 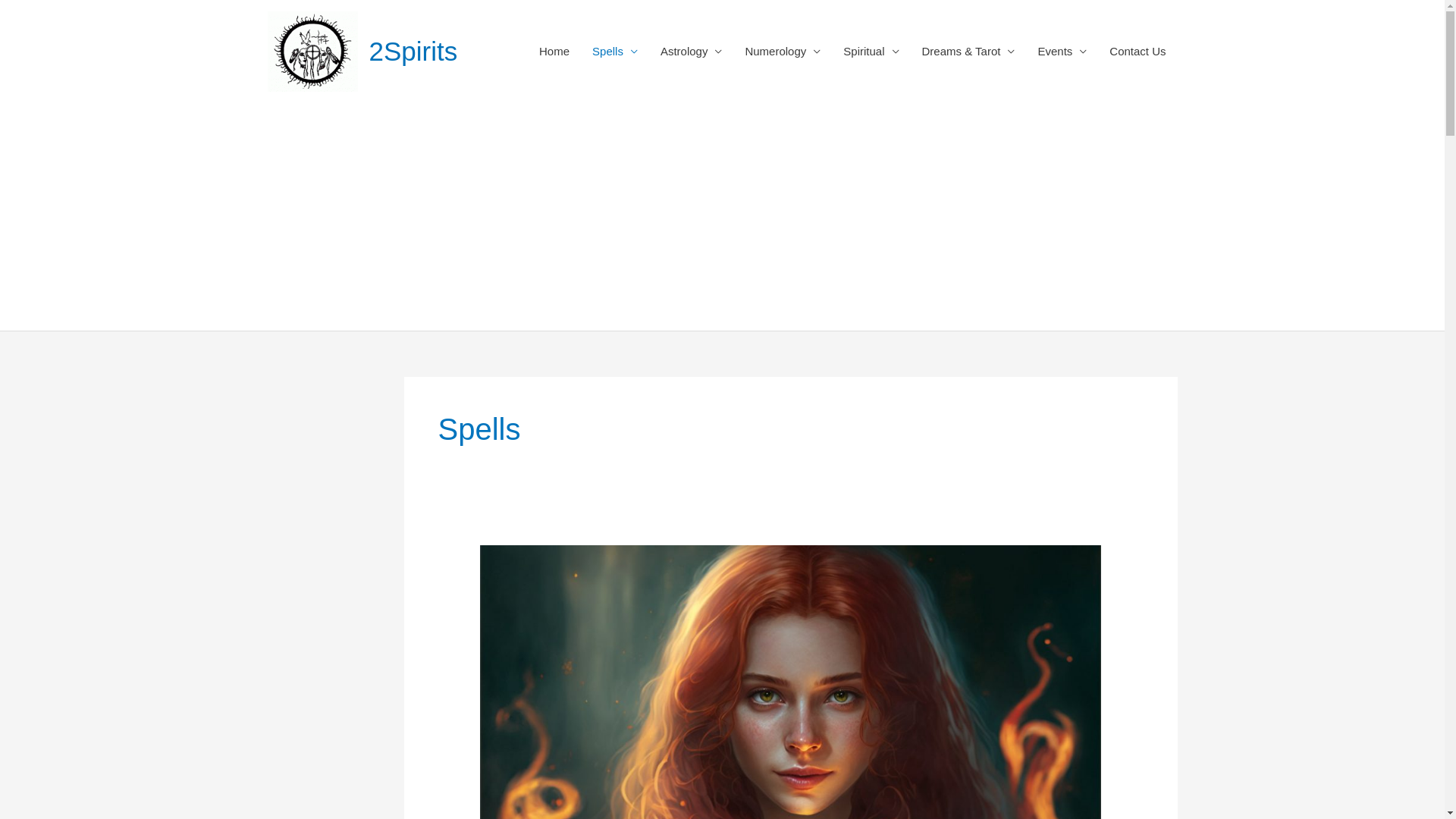 What do you see at coordinates (553, 51) in the screenshot?
I see `'Home'` at bounding box center [553, 51].